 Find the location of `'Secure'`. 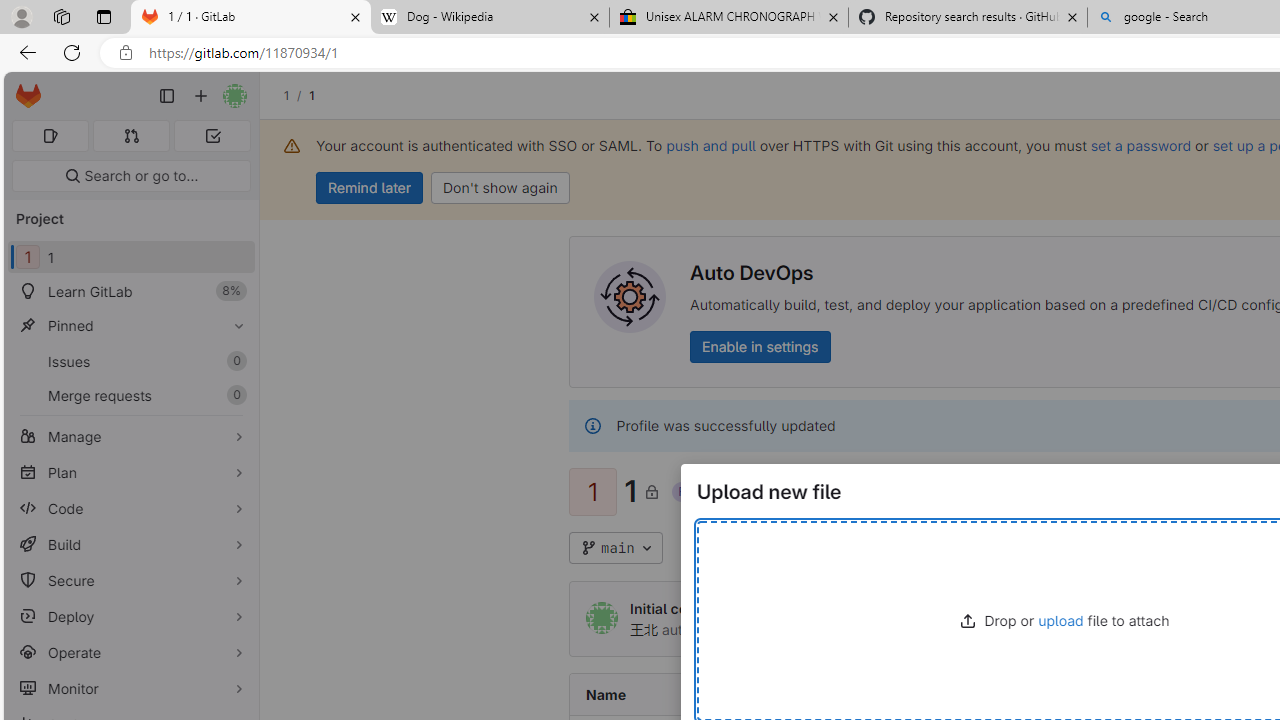

'Secure' is located at coordinates (130, 580).